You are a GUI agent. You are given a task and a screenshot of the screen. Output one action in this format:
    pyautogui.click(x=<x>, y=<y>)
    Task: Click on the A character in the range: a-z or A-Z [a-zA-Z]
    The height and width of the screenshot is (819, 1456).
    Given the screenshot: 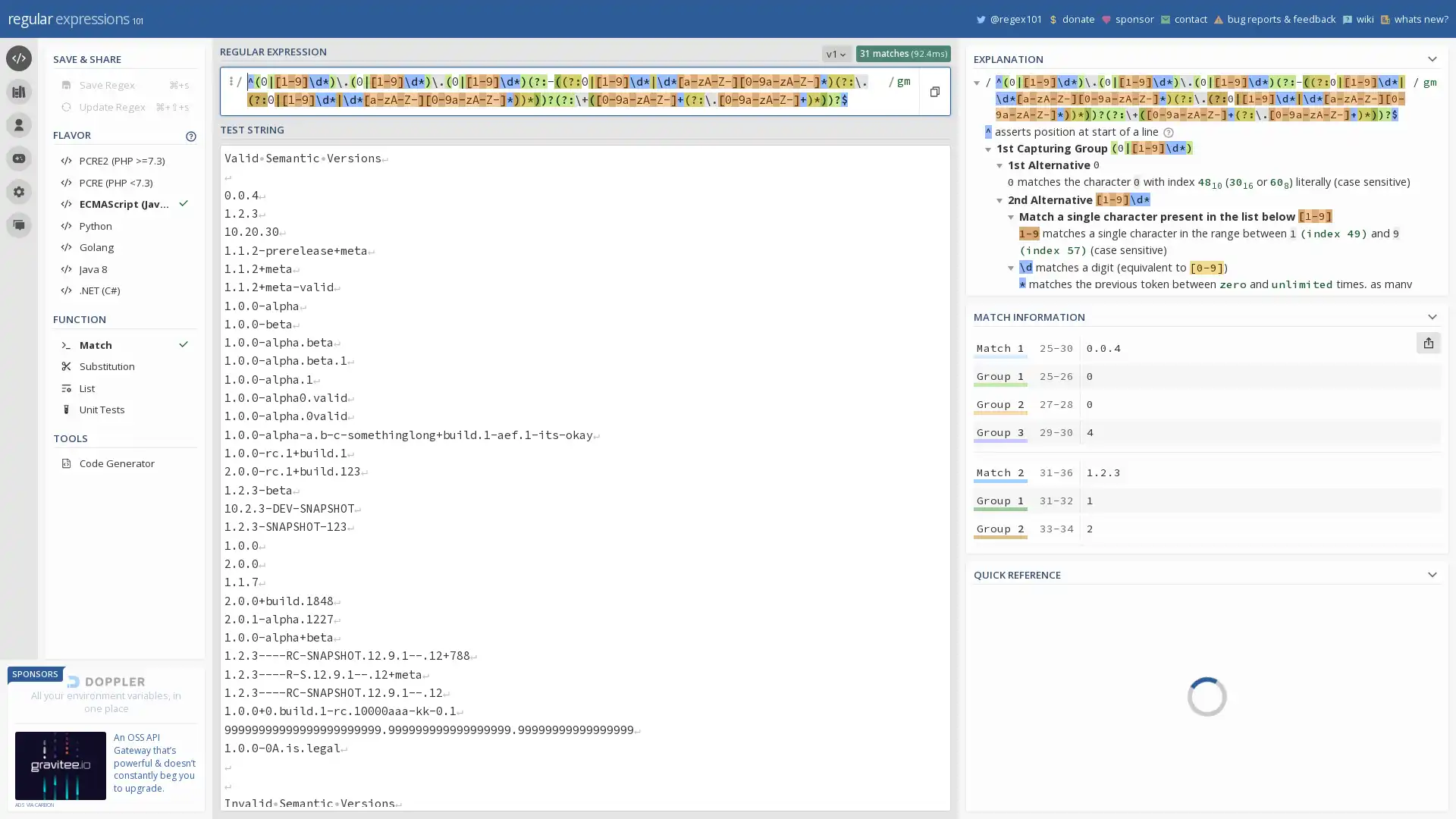 What is the action you would take?
    pyautogui.click(x=1282, y=687)
    